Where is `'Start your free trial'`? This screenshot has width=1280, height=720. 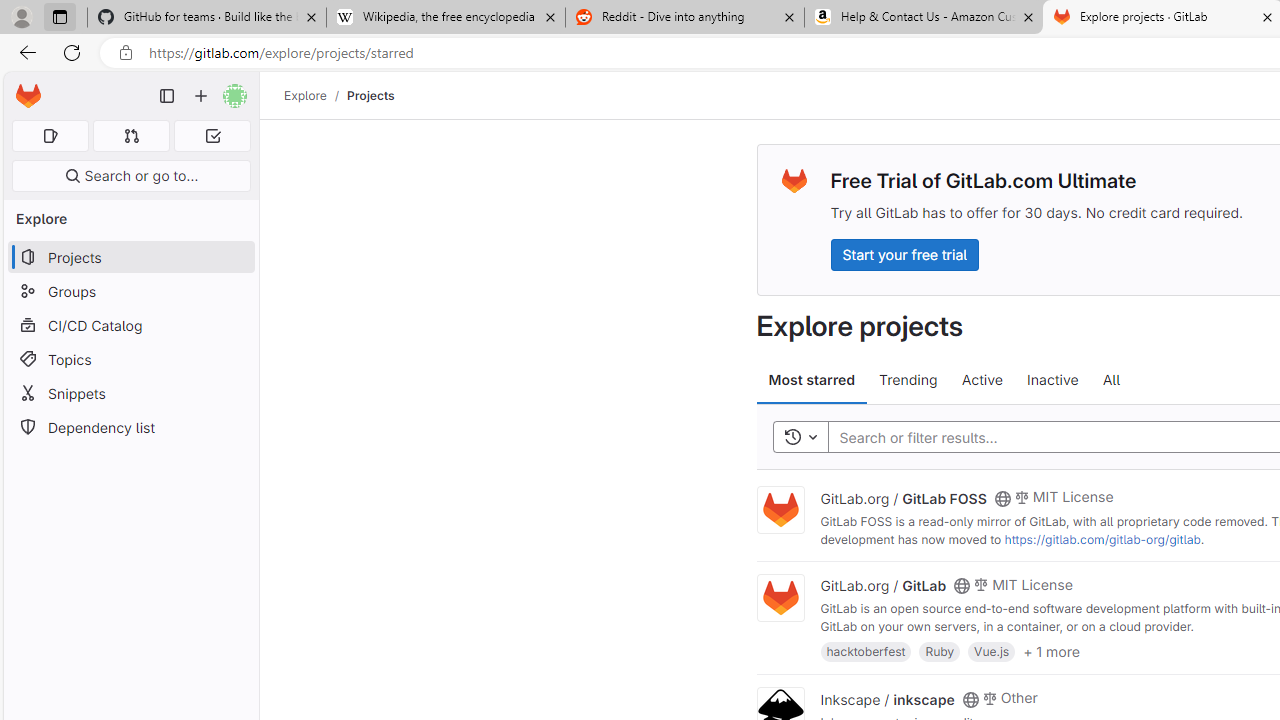
'Start your free trial' is located at coordinates (903, 253).